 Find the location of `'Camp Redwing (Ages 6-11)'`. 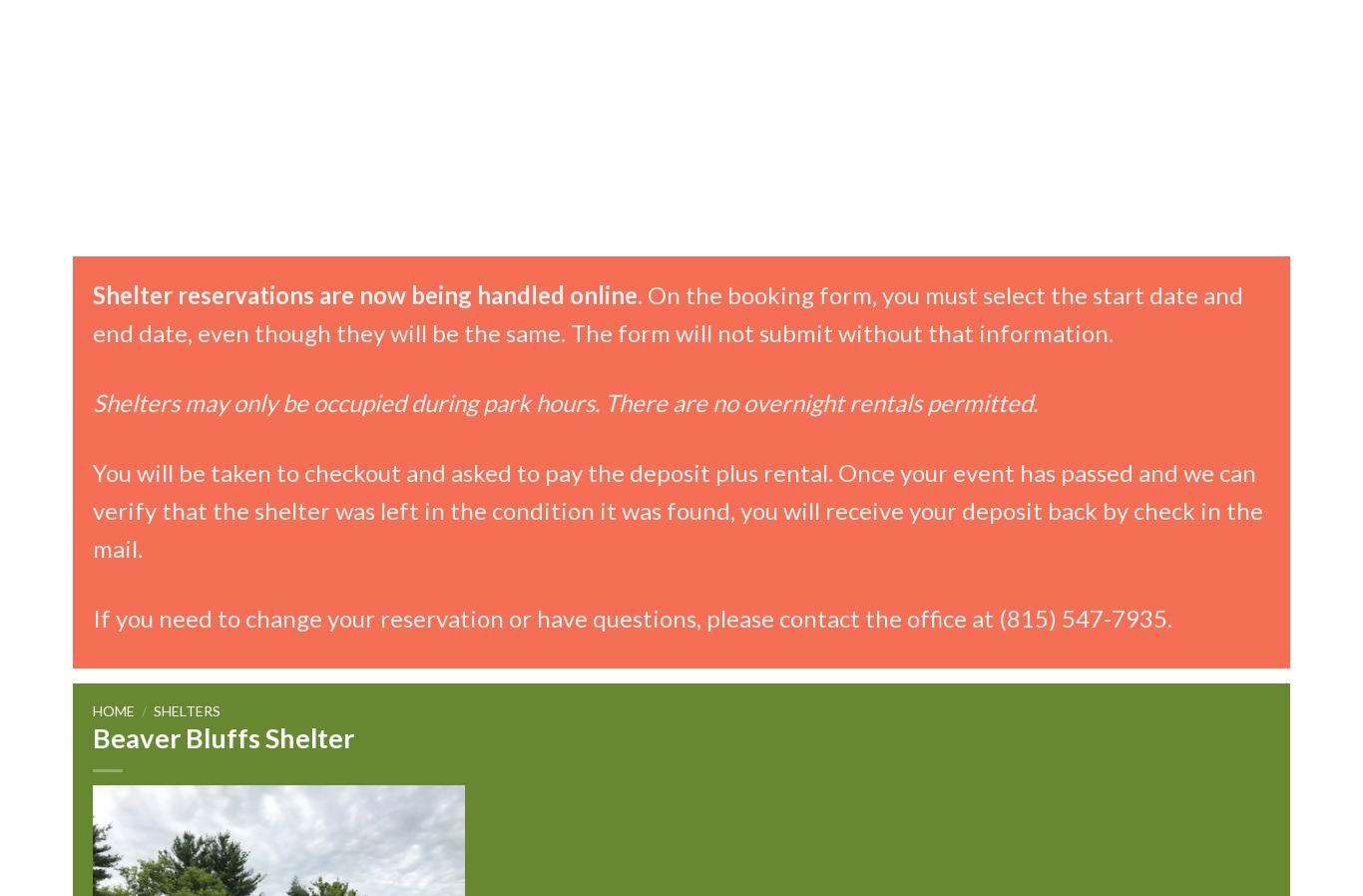

'Camp Redwing (Ages 6-11)' is located at coordinates (932, 175).